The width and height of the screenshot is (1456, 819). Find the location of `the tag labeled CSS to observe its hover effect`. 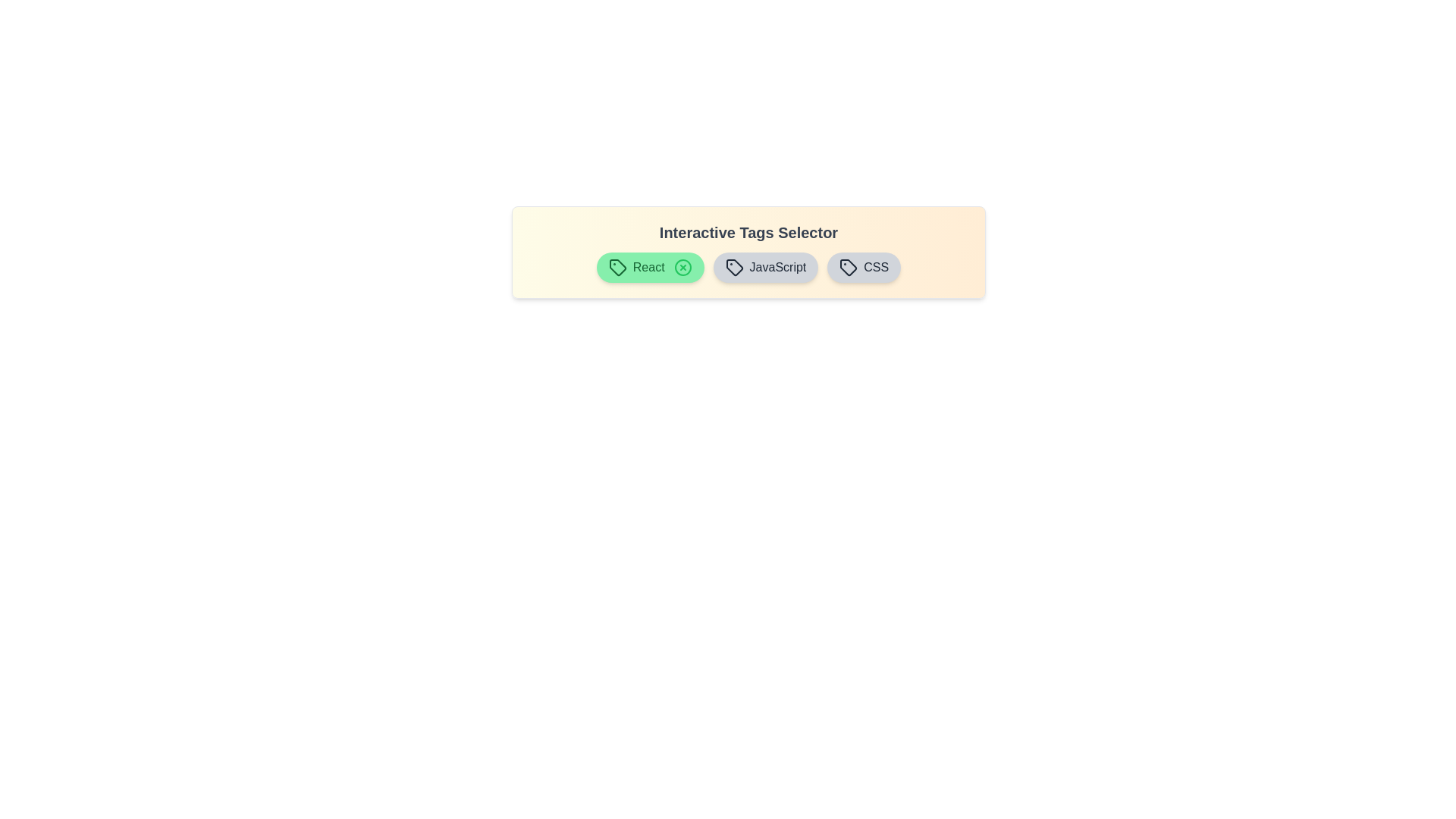

the tag labeled CSS to observe its hover effect is located at coordinates (864, 267).